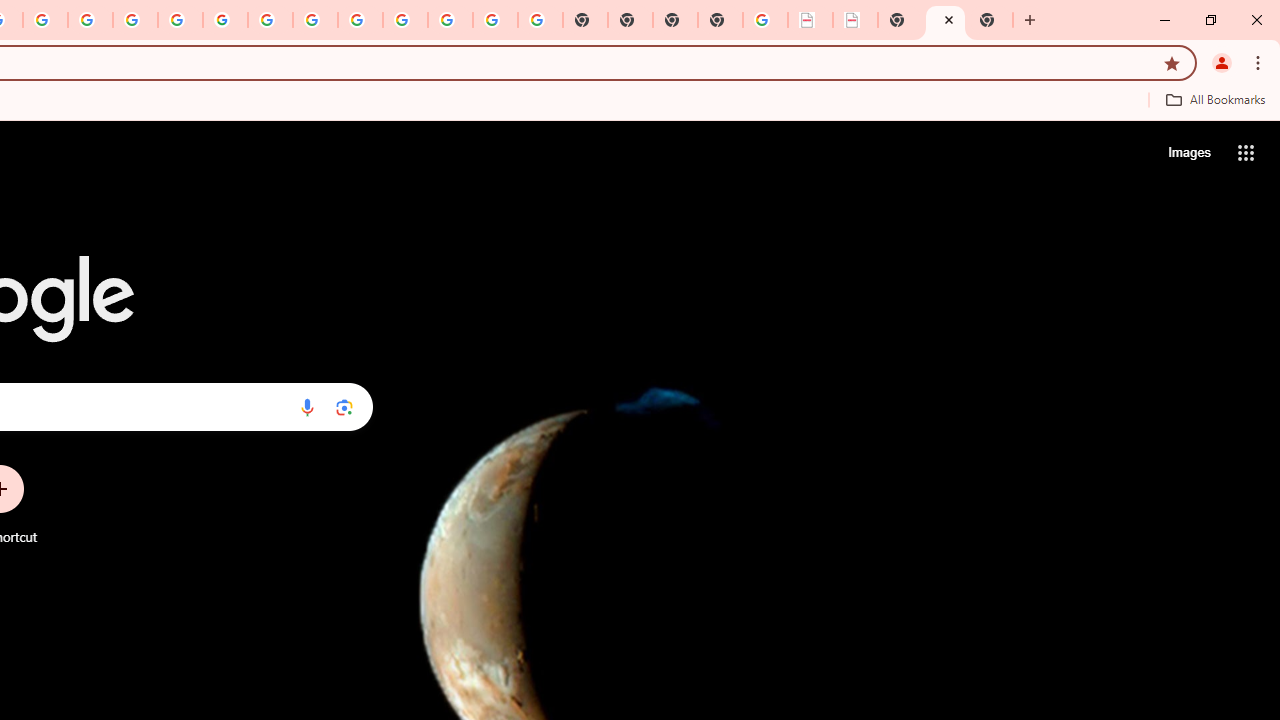  What do you see at coordinates (89, 20) in the screenshot?
I see `'Privacy Help Center - Policies Help'` at bounding box center [89, 20].